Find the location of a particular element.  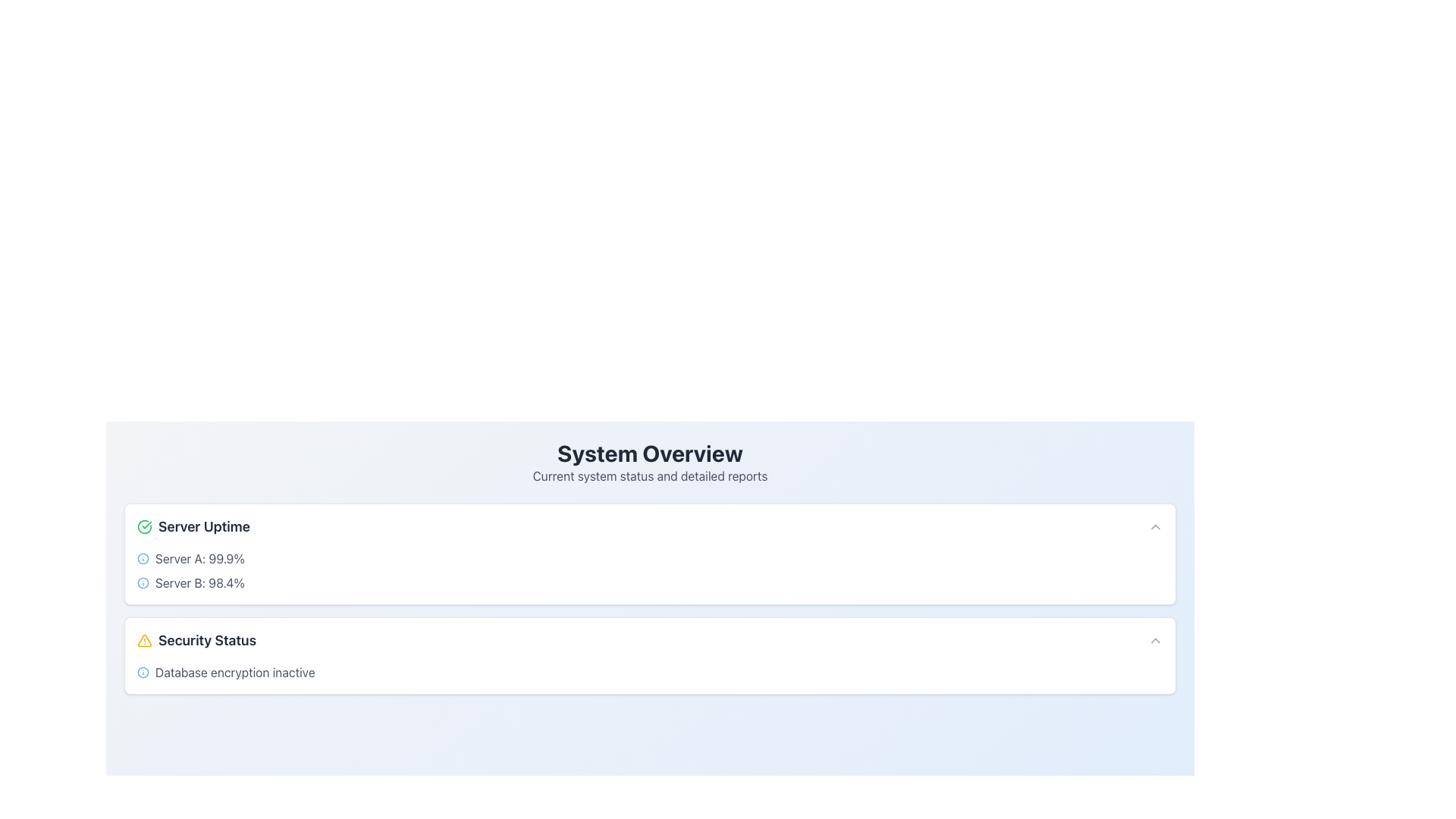

the information icon located to the left of the text 'Server A: 99.9%' in the 'Server Uptime' section is located at coordinates (143, 558).